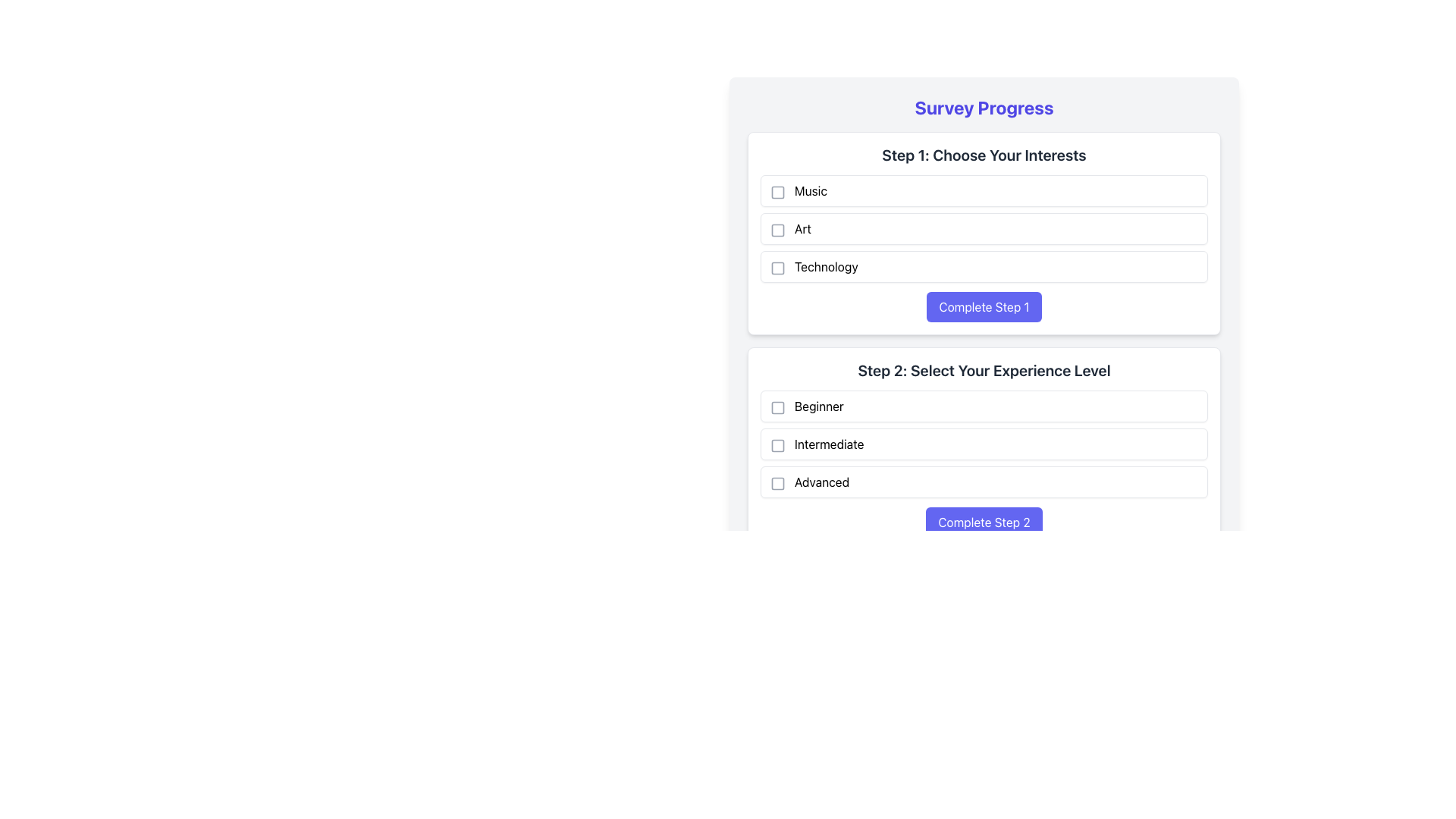 Image resolution: width=1456 pixels, height=819 pixels. What do you see at coordinates (984, 228) in the screenshot?
I see `the checkbox labeled 'Art'` at bounding box center [984, 228].